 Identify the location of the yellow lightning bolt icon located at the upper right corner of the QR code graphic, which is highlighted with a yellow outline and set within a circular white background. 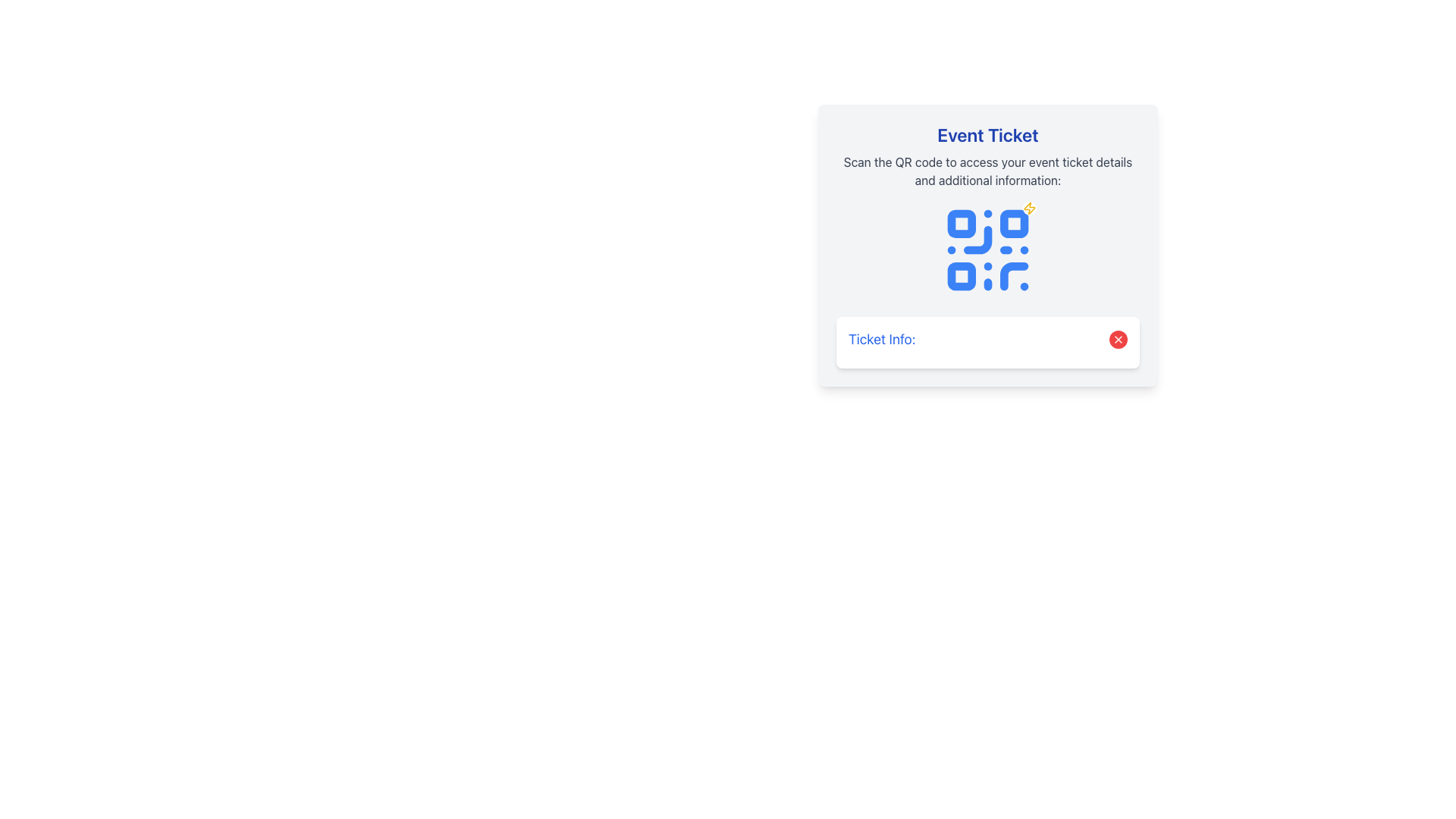
(1030, 208).